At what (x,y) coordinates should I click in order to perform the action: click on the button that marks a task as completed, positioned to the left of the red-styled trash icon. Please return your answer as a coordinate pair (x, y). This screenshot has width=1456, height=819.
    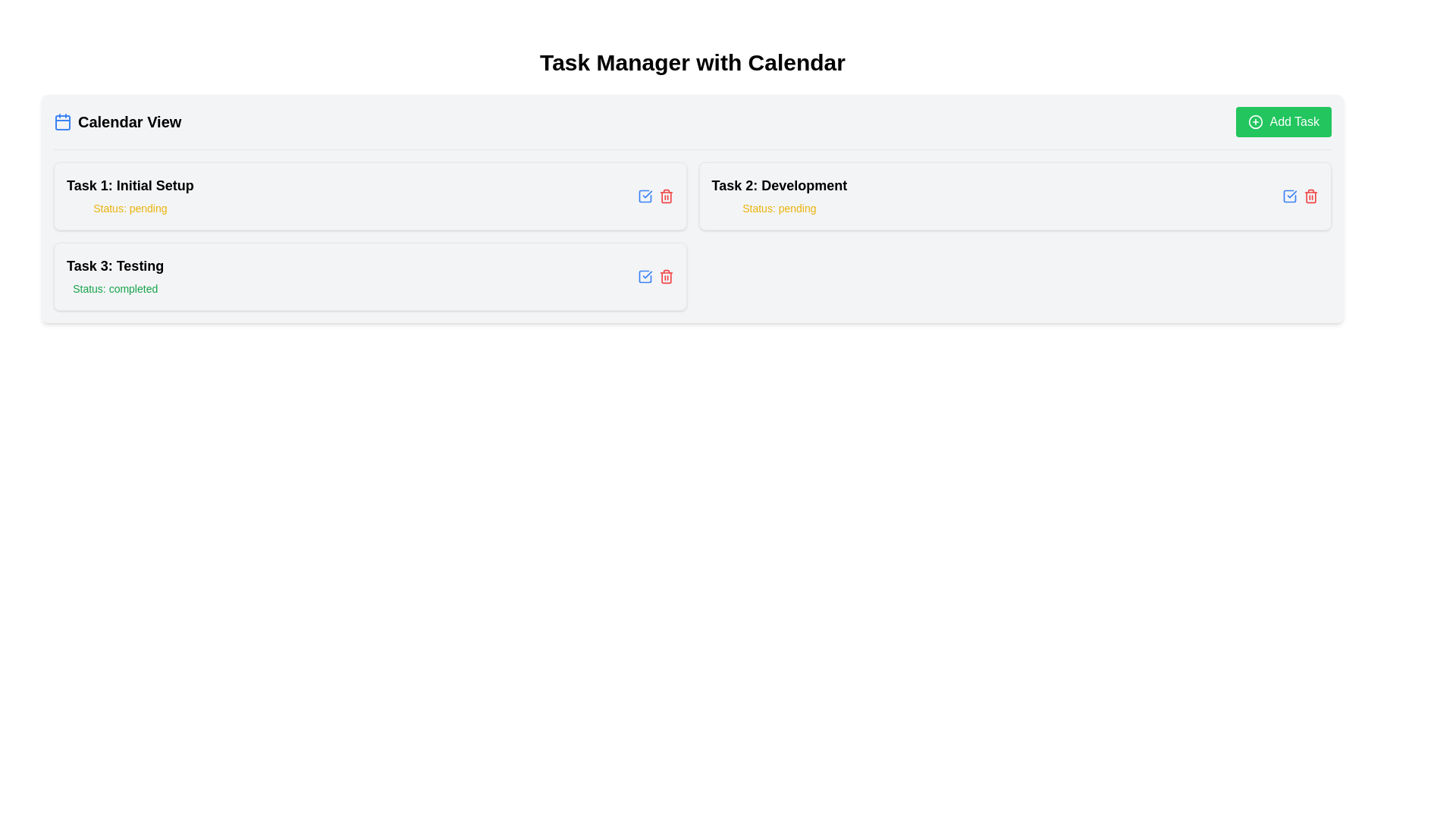
    Looking at the image, I should click on (1288, 195).